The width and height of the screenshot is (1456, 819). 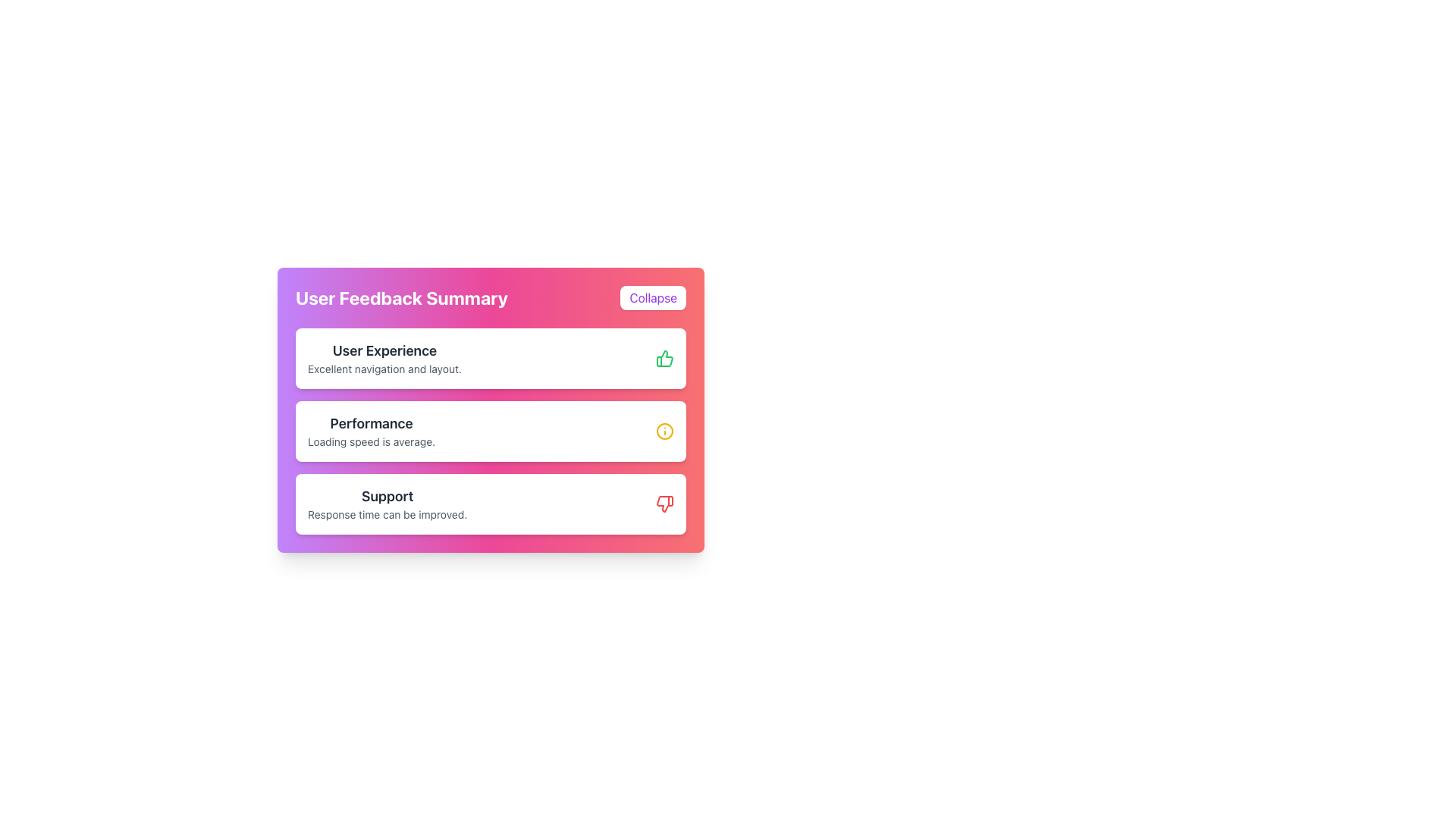 I want to click on the static text label reading 'Performance', which is styled with a bold, gray font and serves as a heading above the text 'Loading speed is average.', so click(x=372, y=424).